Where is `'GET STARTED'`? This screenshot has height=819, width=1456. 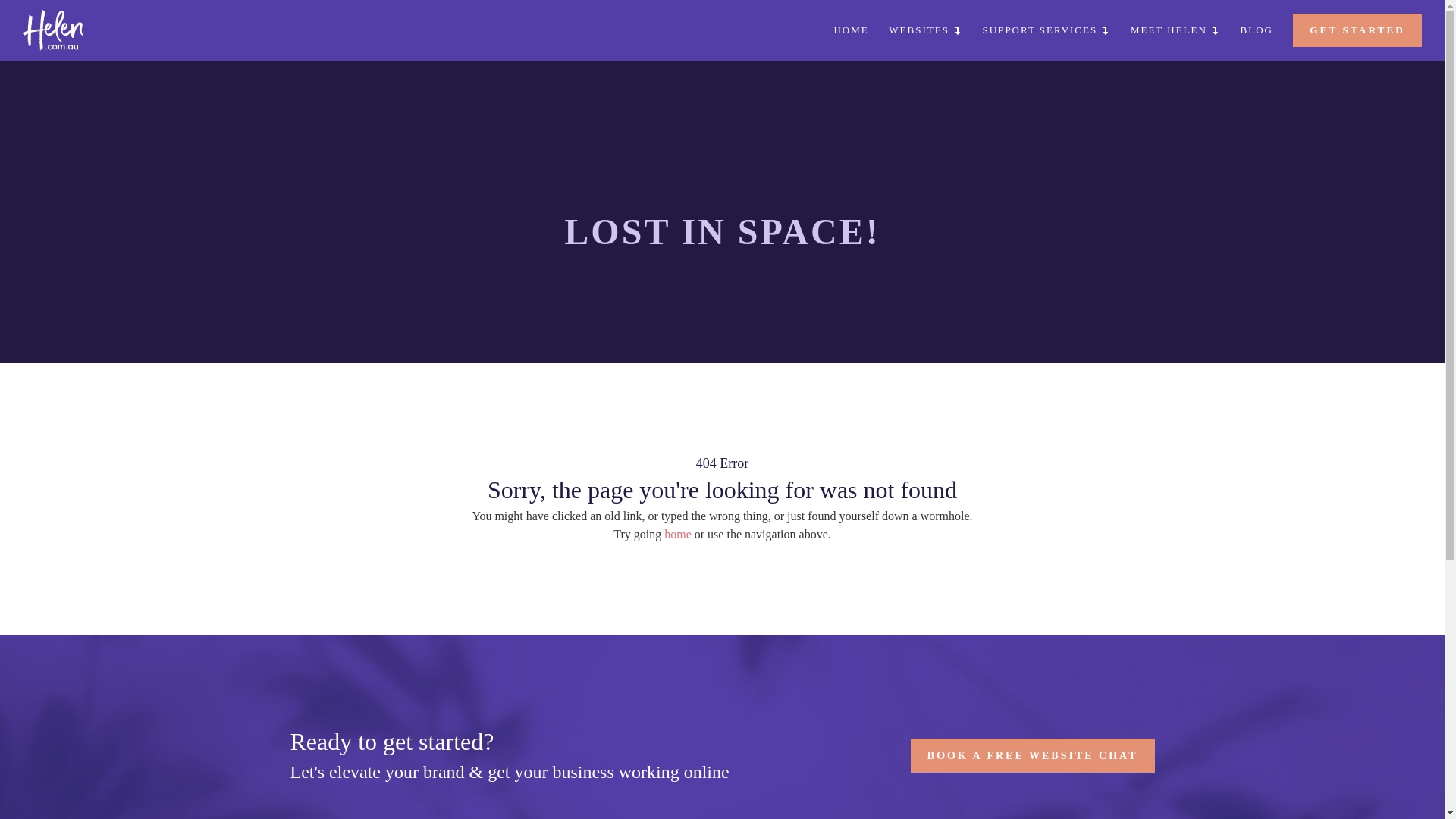 'GET STARTED' is located at coordinates (1357, 30).